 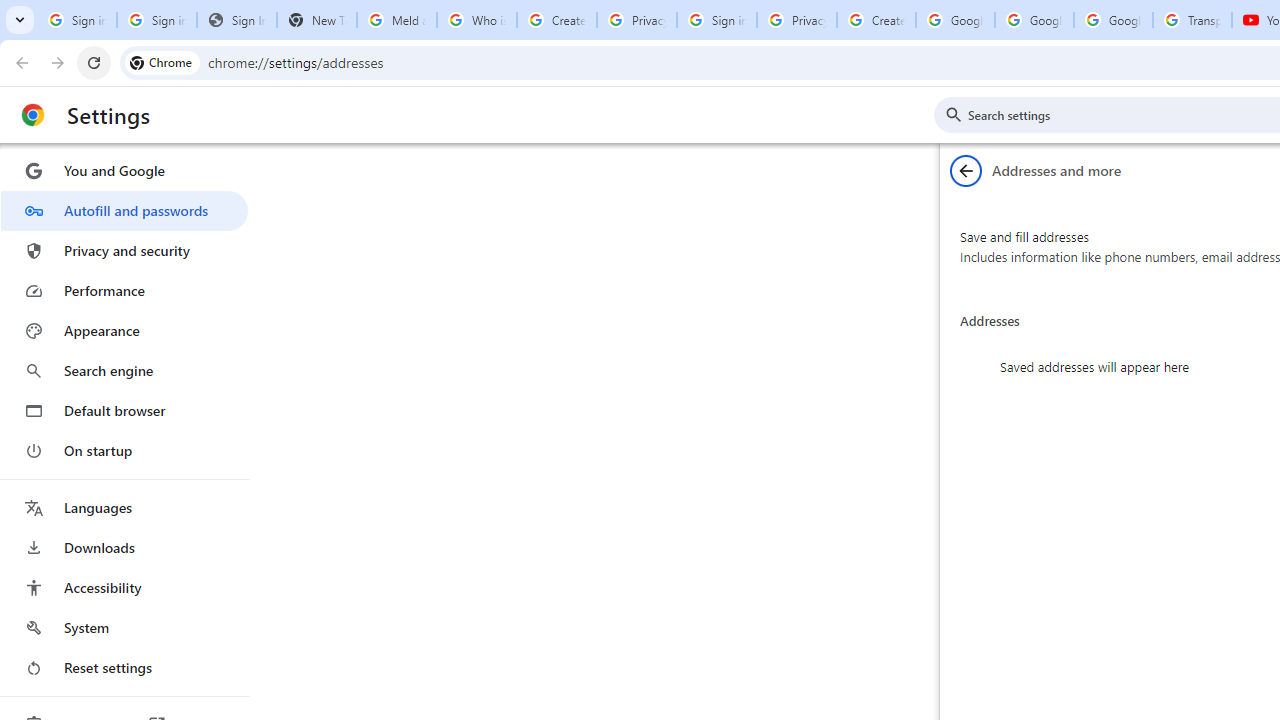 What do you see at coordinates (475, 20) in the screenshot?
I see `'Who is my administrator? - Google Account Help'` at bounding box center [475, 20].